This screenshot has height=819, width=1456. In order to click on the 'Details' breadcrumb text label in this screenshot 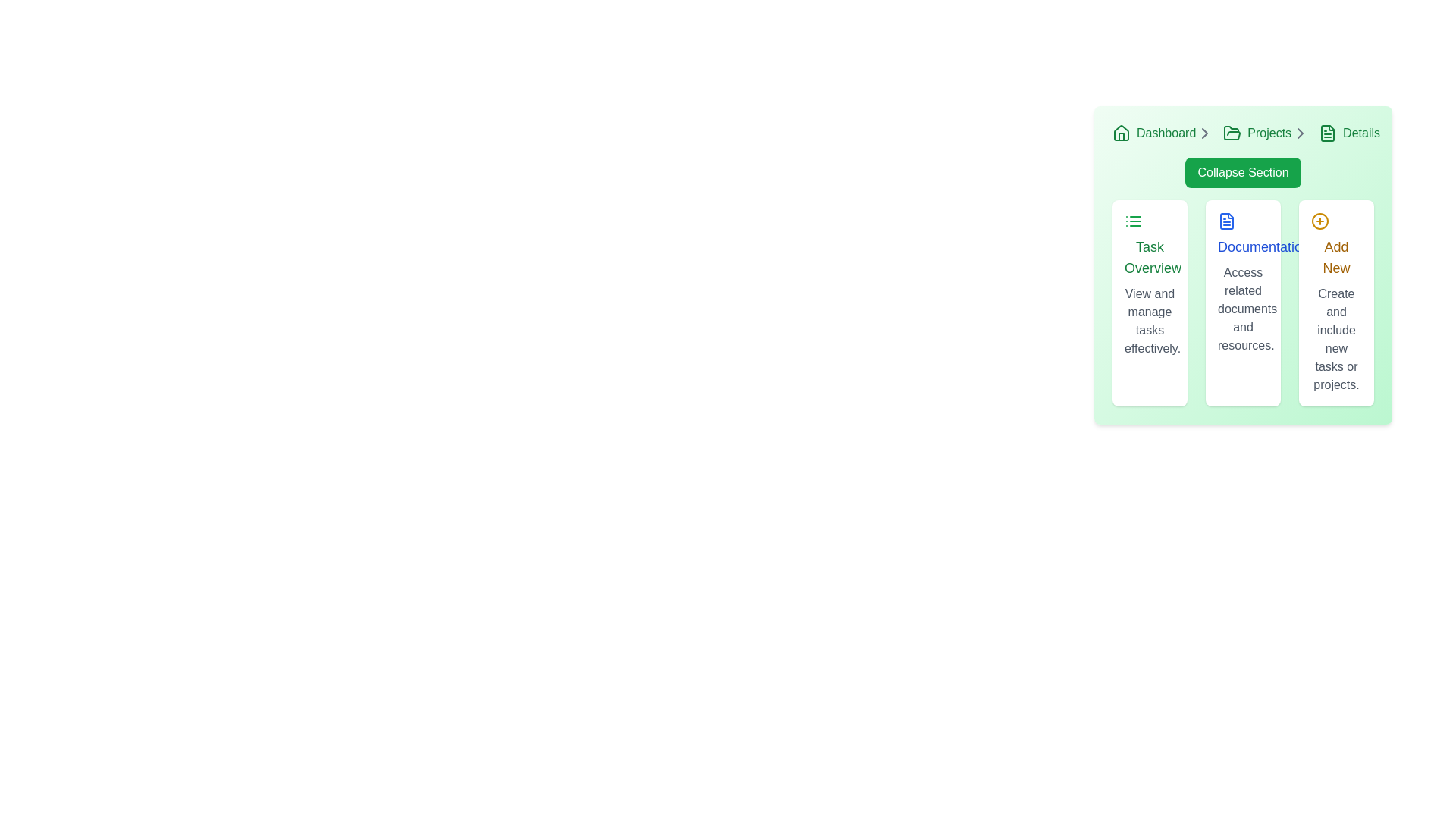, I will do `click(1361, 133)`.